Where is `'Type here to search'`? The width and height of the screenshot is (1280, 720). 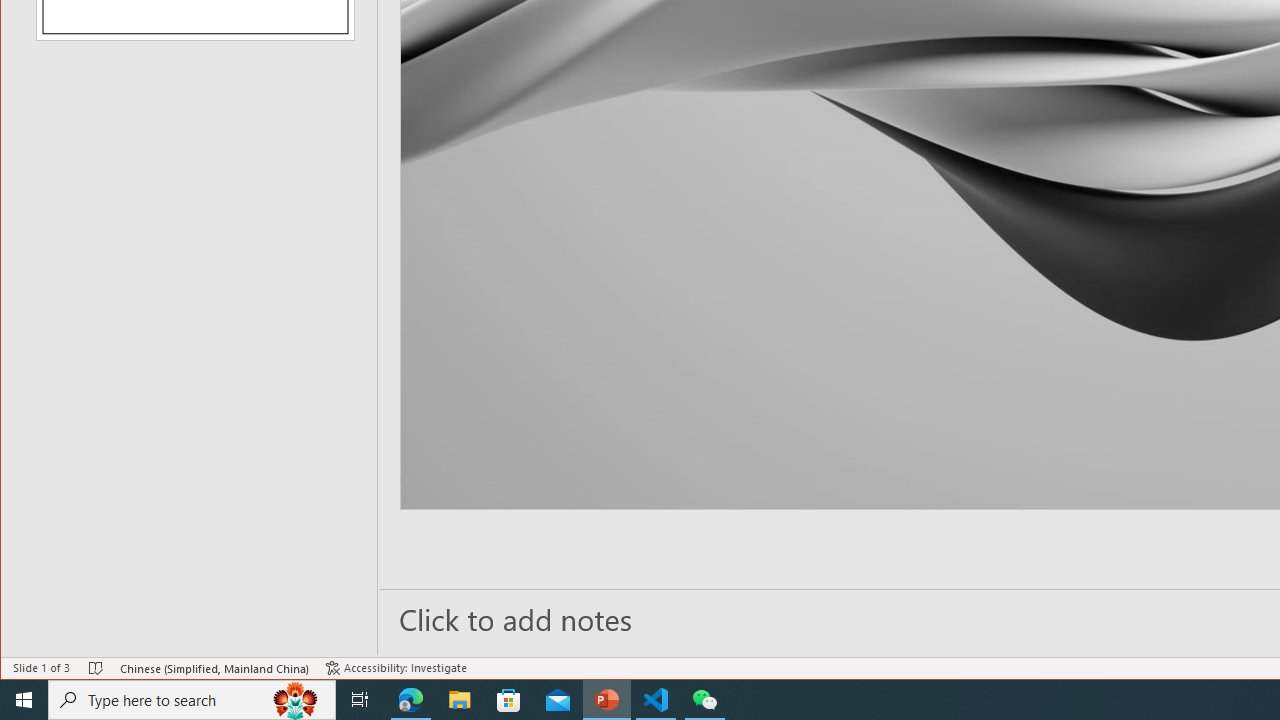
'Type here to search' is located at coordinates (192, 698).